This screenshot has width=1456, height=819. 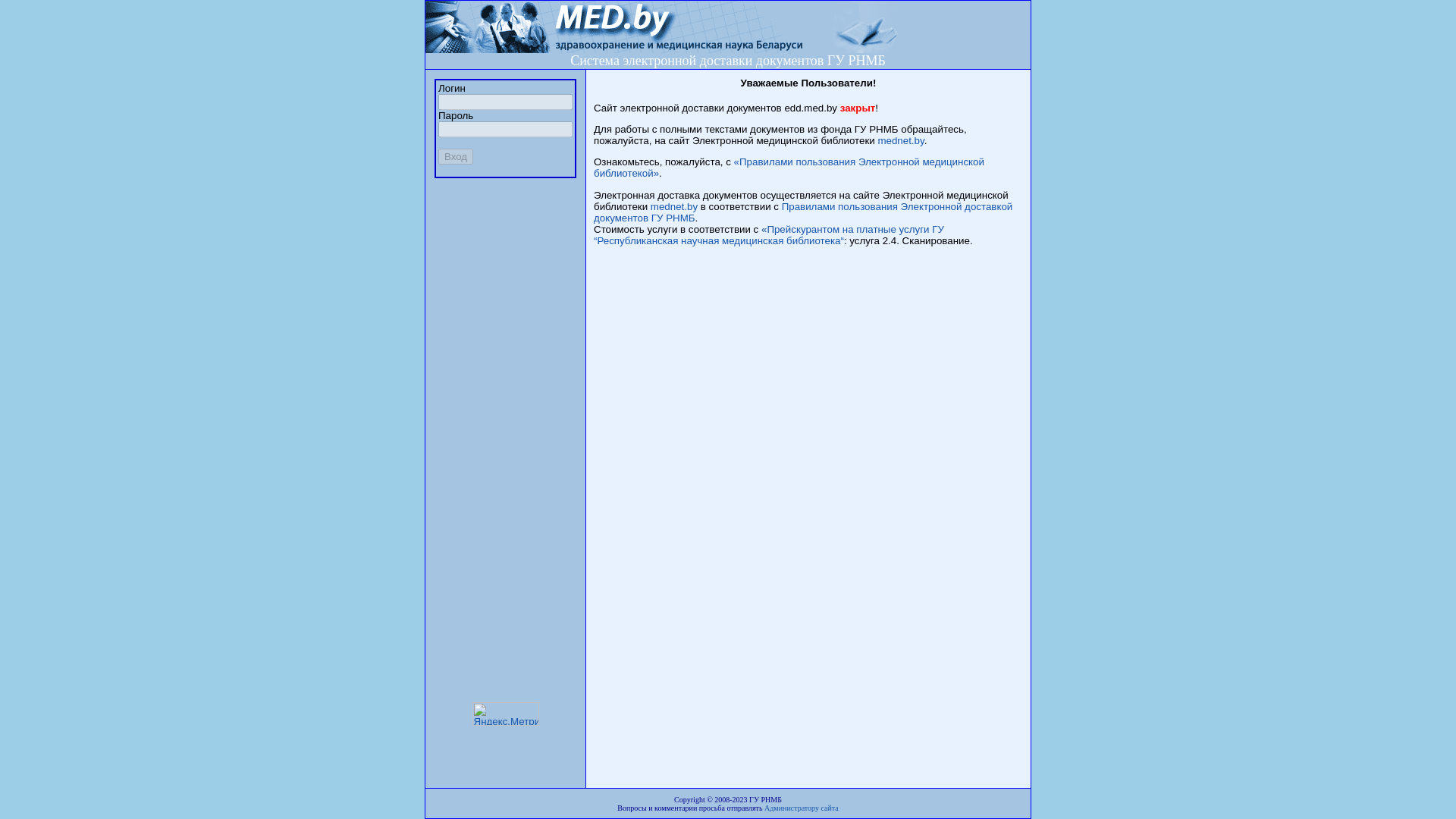 What do you see at coordinates (651, 206) in the screenshot?
I see `'mednet.by'` at bounding box center [651, 206].